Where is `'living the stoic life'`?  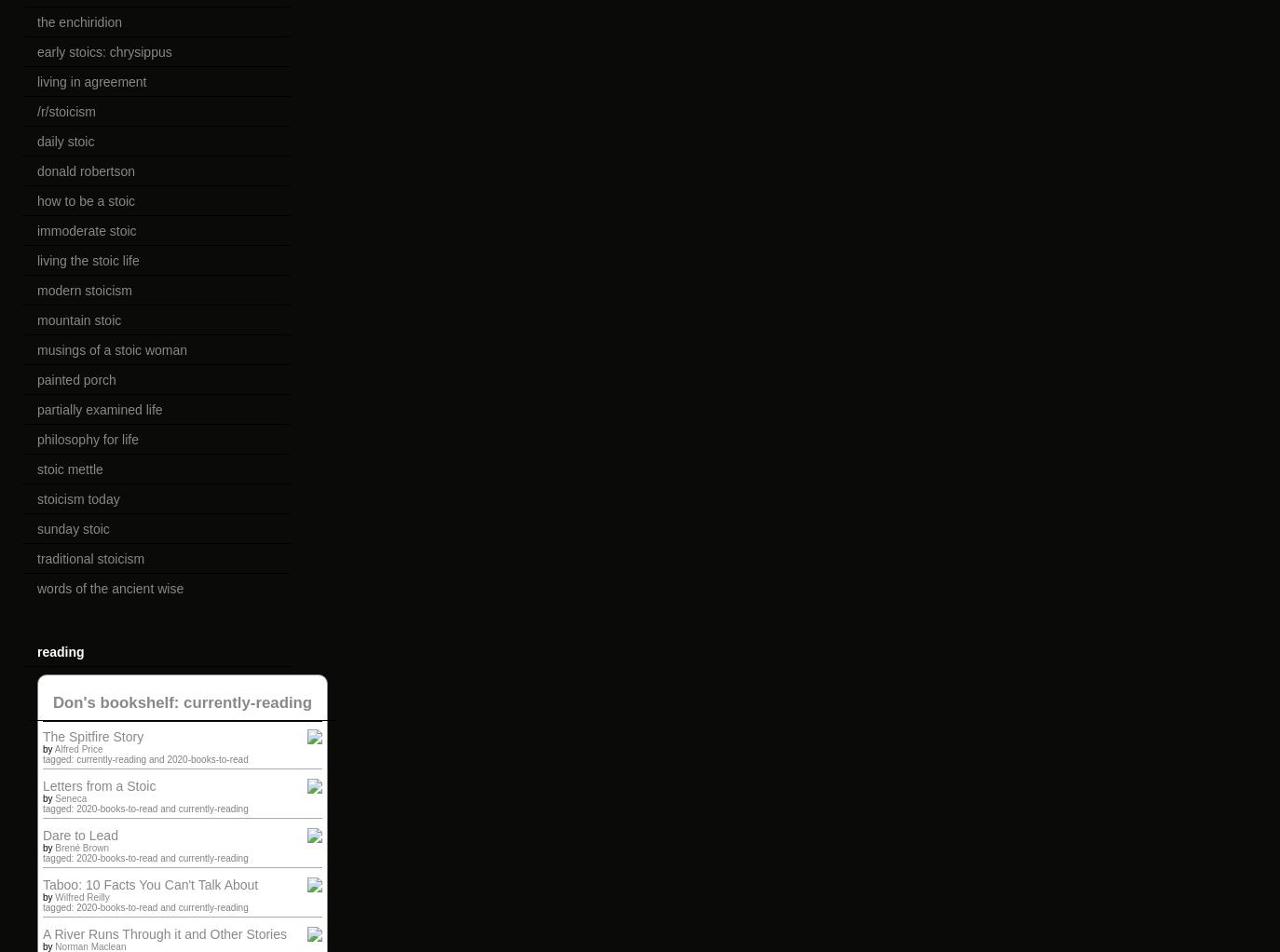 'living the stoic life' is located at coordinates (87, 260).